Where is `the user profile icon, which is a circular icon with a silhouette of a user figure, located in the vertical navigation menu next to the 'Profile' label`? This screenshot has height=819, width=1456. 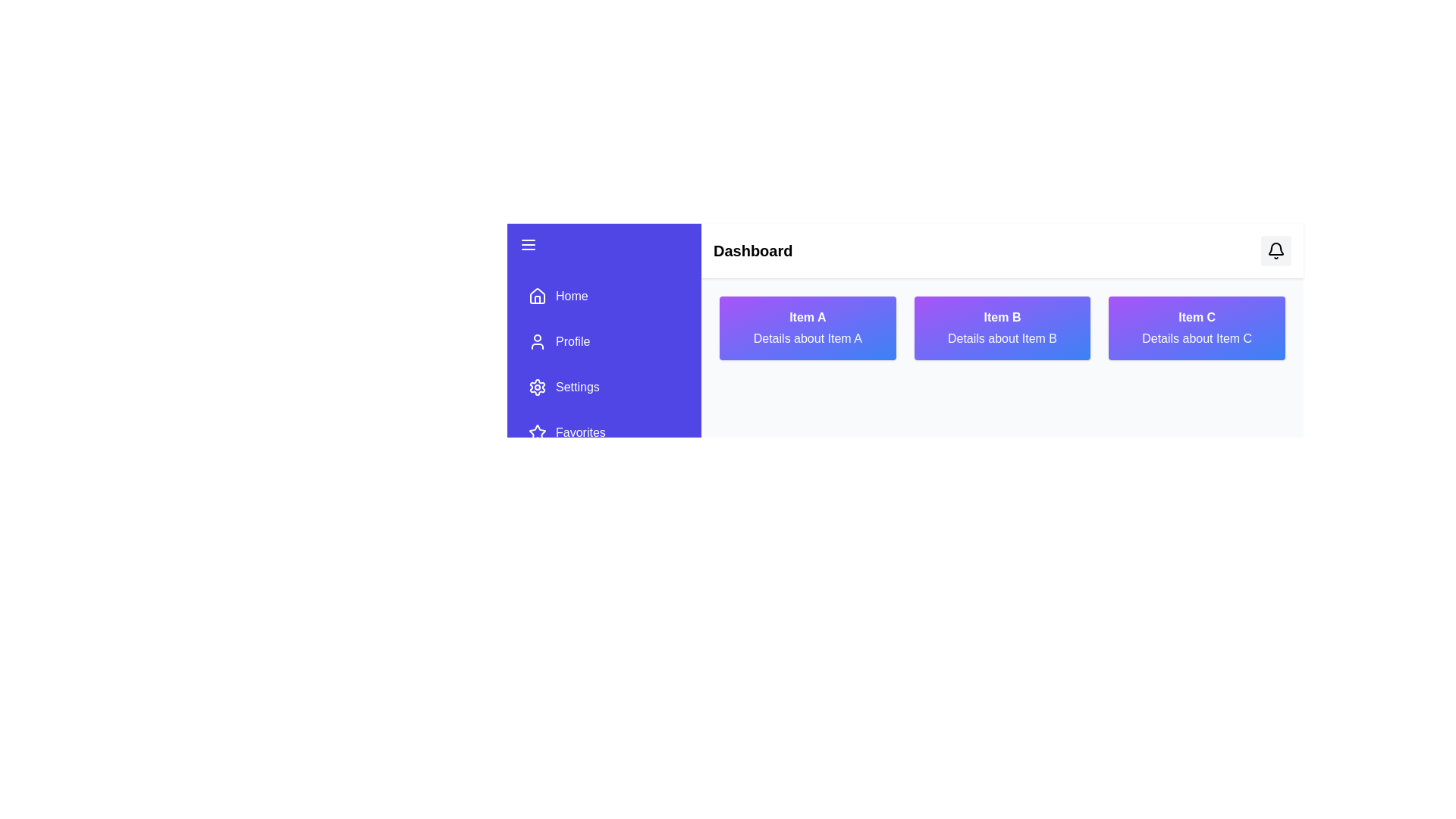 the user profile icon, which is a circular icon with a silhouette of a user figure, located in the vertical navigation menu next to the 'Profile' label is located at coordinates (538, 342).